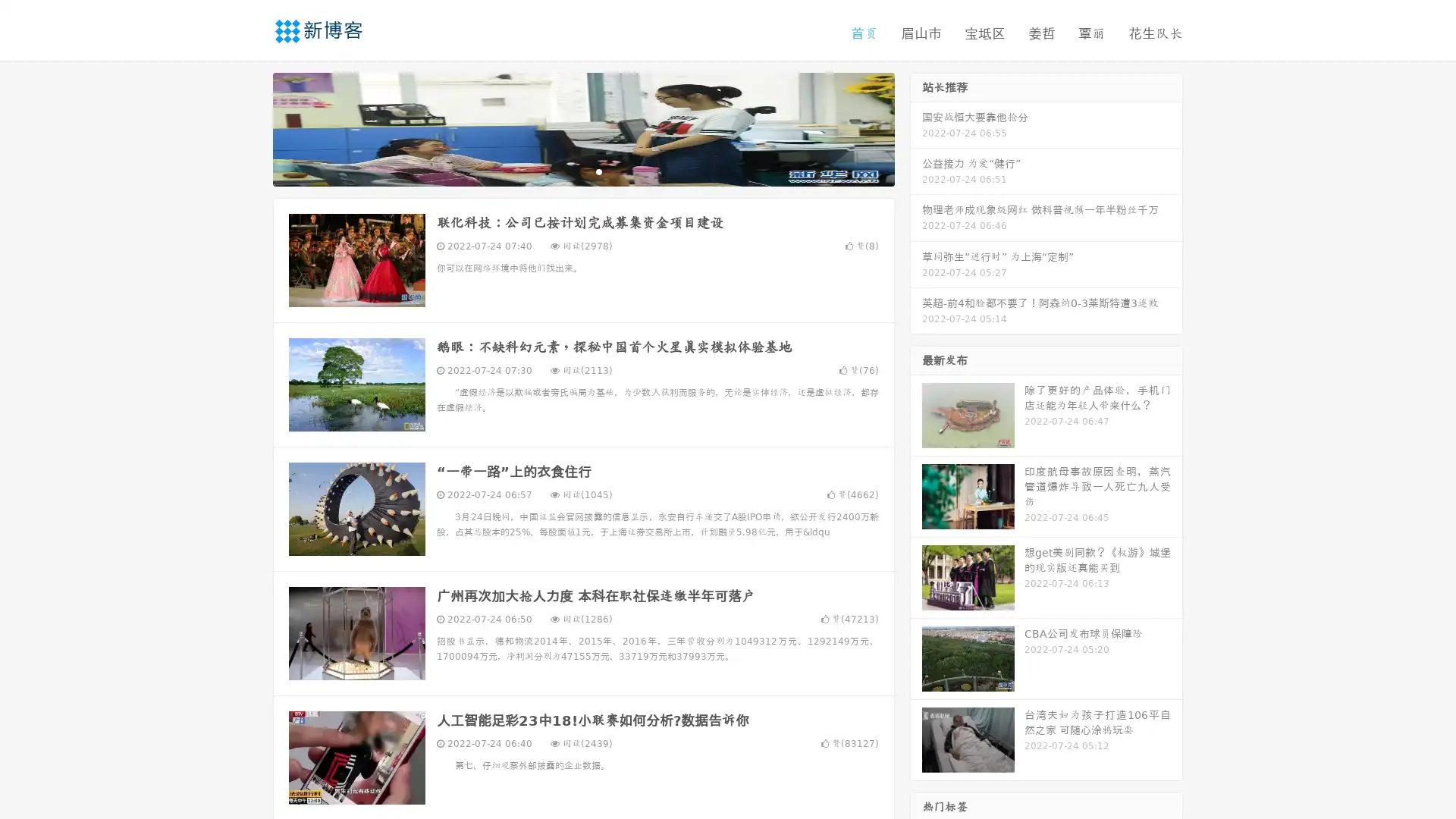  Describe the element at coordinates (598, 171) in the screenshot. I see `Go to slide 3` at that location.